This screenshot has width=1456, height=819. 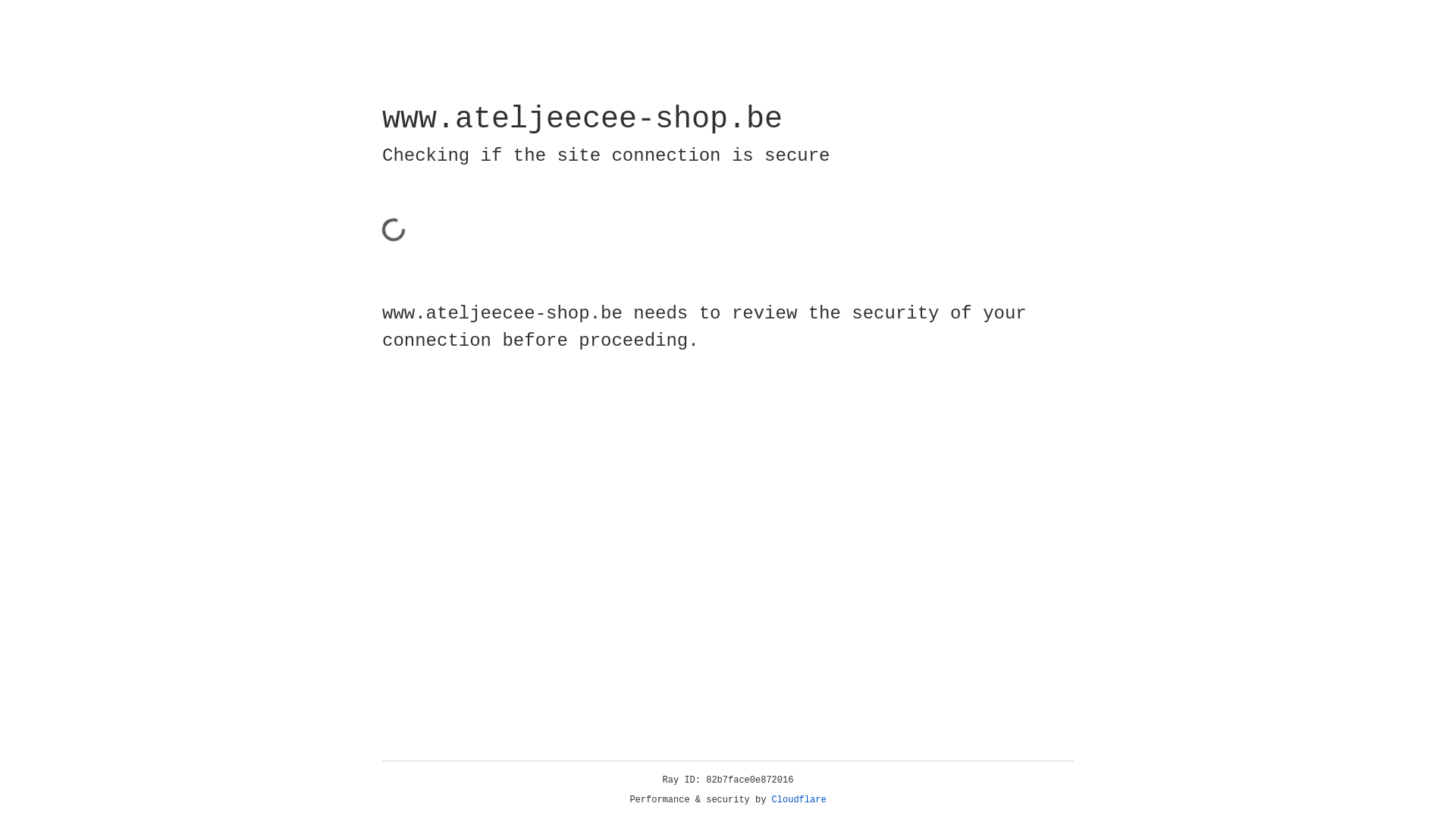 What do you see at coordinates (771, 799) in the screenshot?
I see `'Cloudflare'` at bounding box center [771, 799].